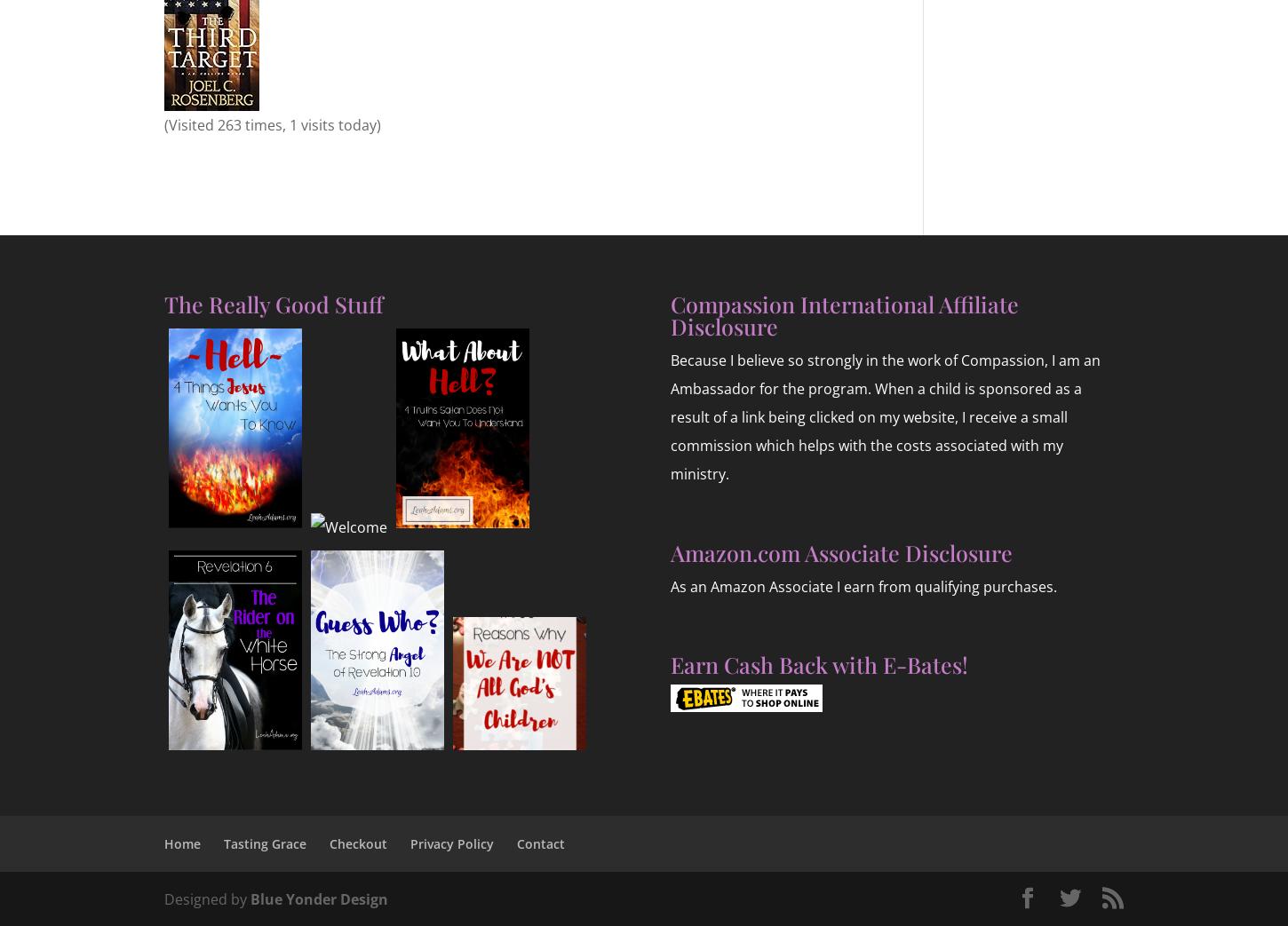 The width and height of the screenshot is (1288, 926). Describe the element at coordinates (451, 843) in the screenshot. I see `'Privacy Policy'` at that location.